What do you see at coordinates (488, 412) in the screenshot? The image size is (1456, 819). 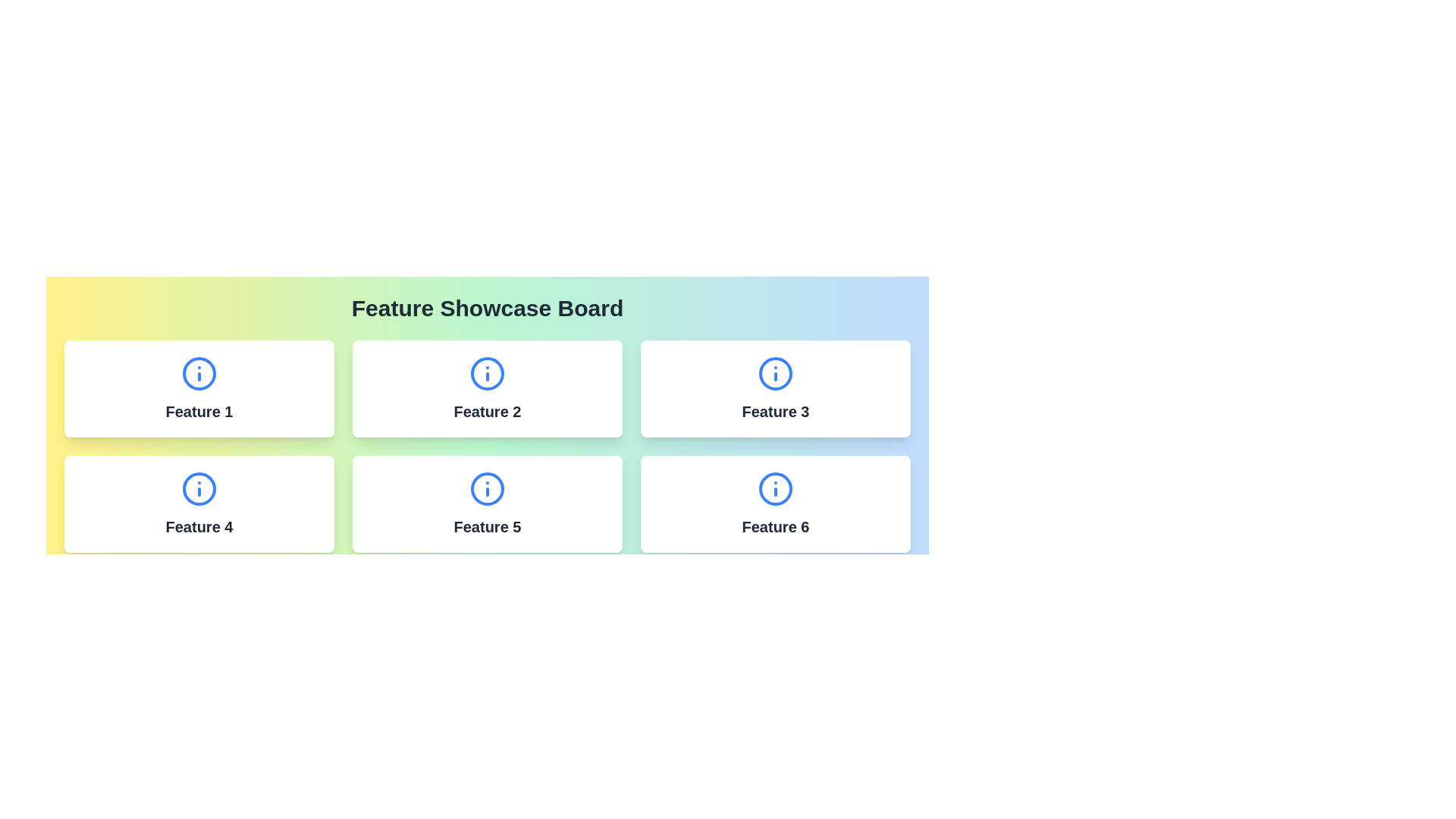 I see `the static text label located below the blue circled 'i' icon in the second column of the first row of a three-column grid layout` at bounding box center [488, 412].